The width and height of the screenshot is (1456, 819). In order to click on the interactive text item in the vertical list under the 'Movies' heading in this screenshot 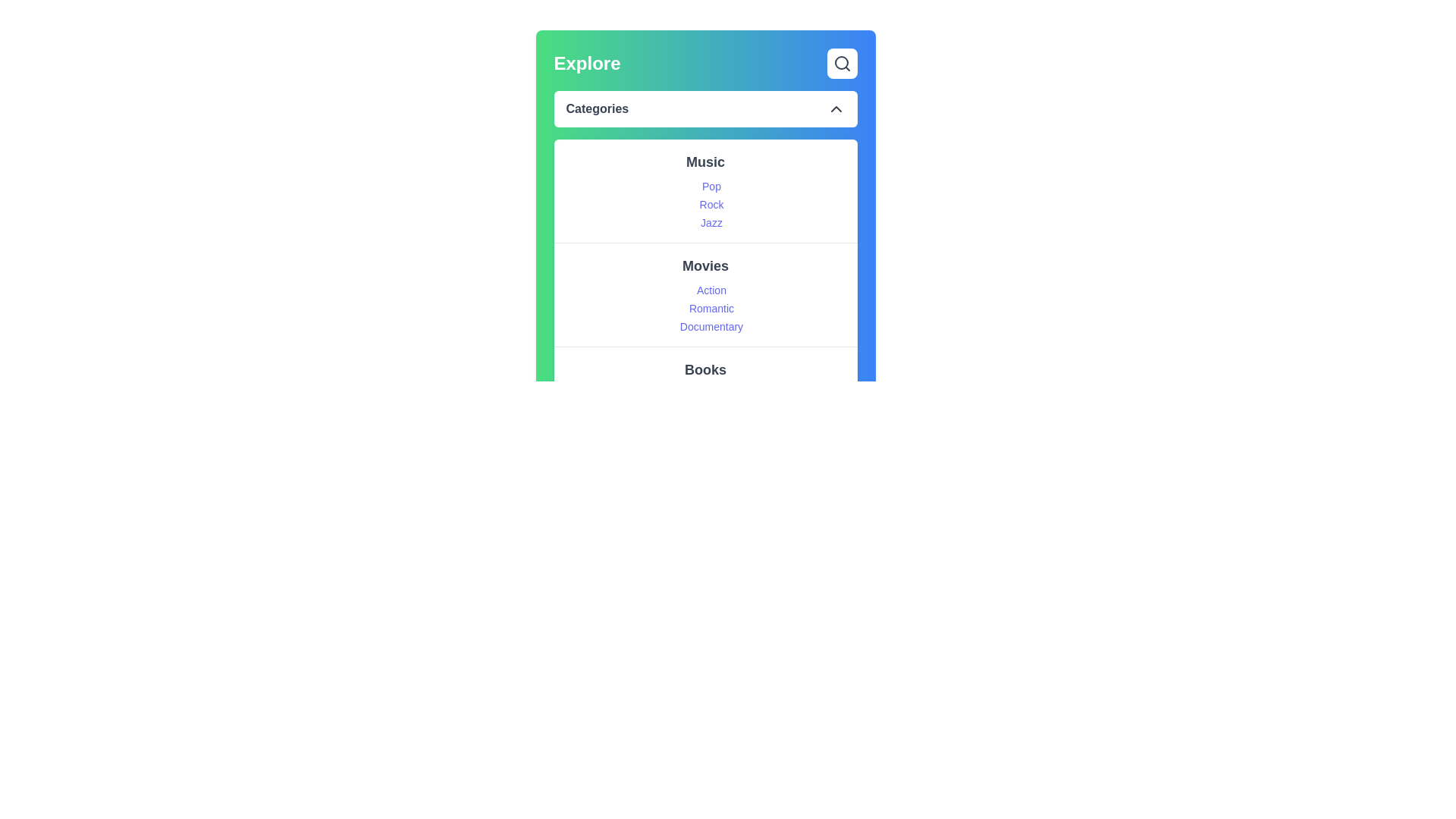, I will do `click(711, 308)`.